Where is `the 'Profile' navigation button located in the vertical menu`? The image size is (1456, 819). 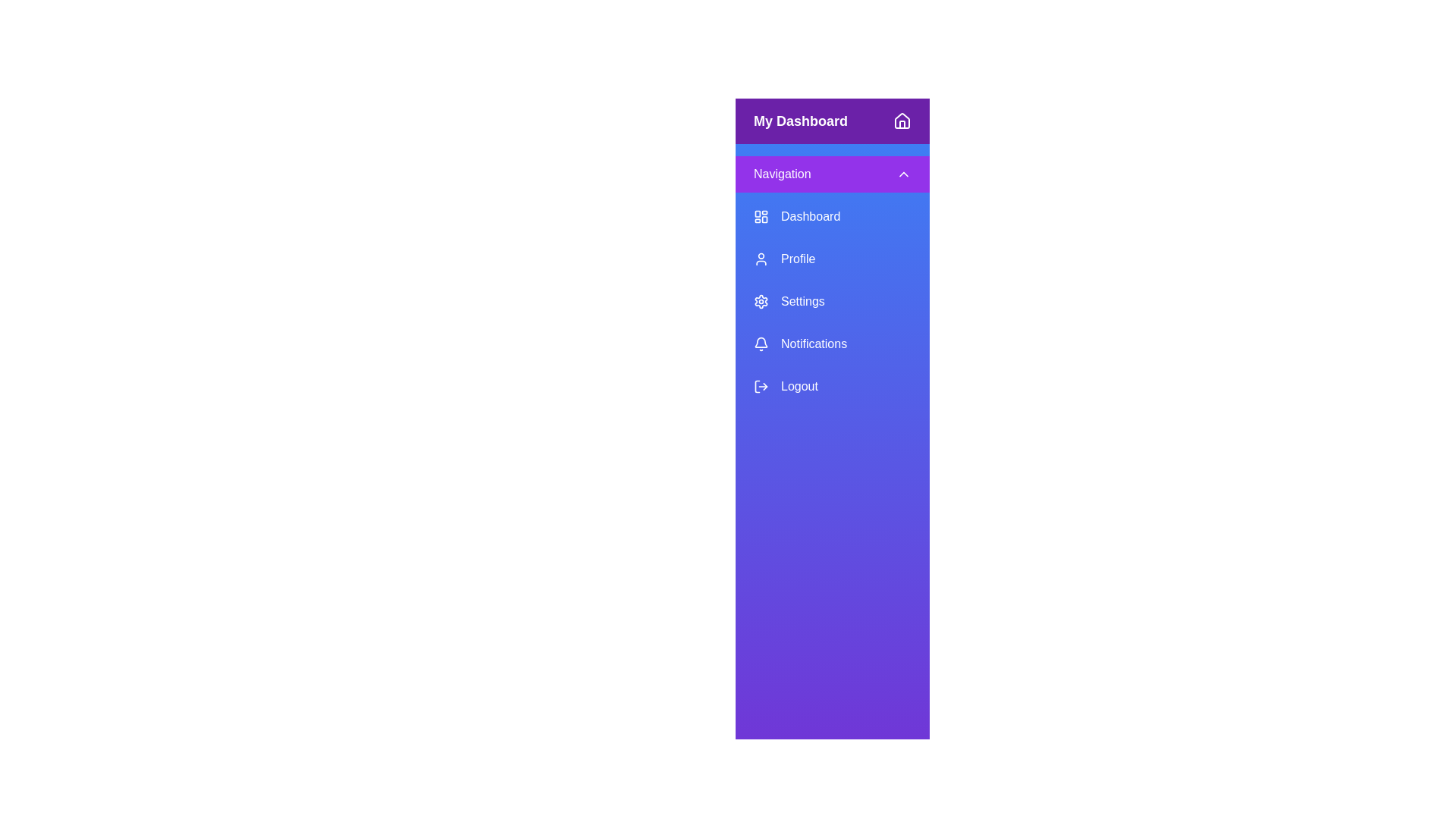 the 'Profile' navigation button located in the vertical menu is located at coordinates (832, 259).